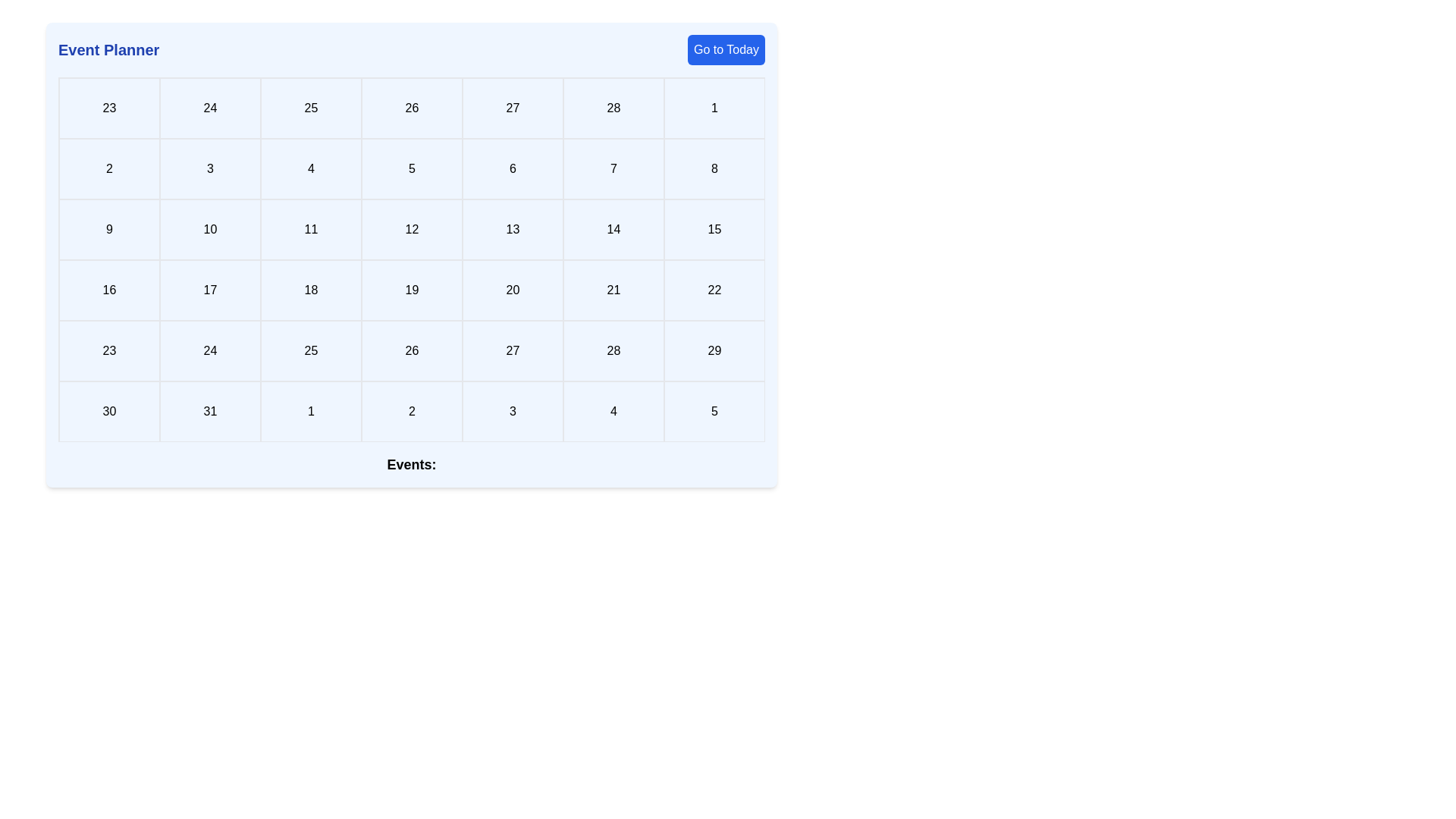 This screenshot has width=1456, height=819. I want to click on the Text label displaying the number '30' in the last row, first column of the grid layout, so click(108, 412).